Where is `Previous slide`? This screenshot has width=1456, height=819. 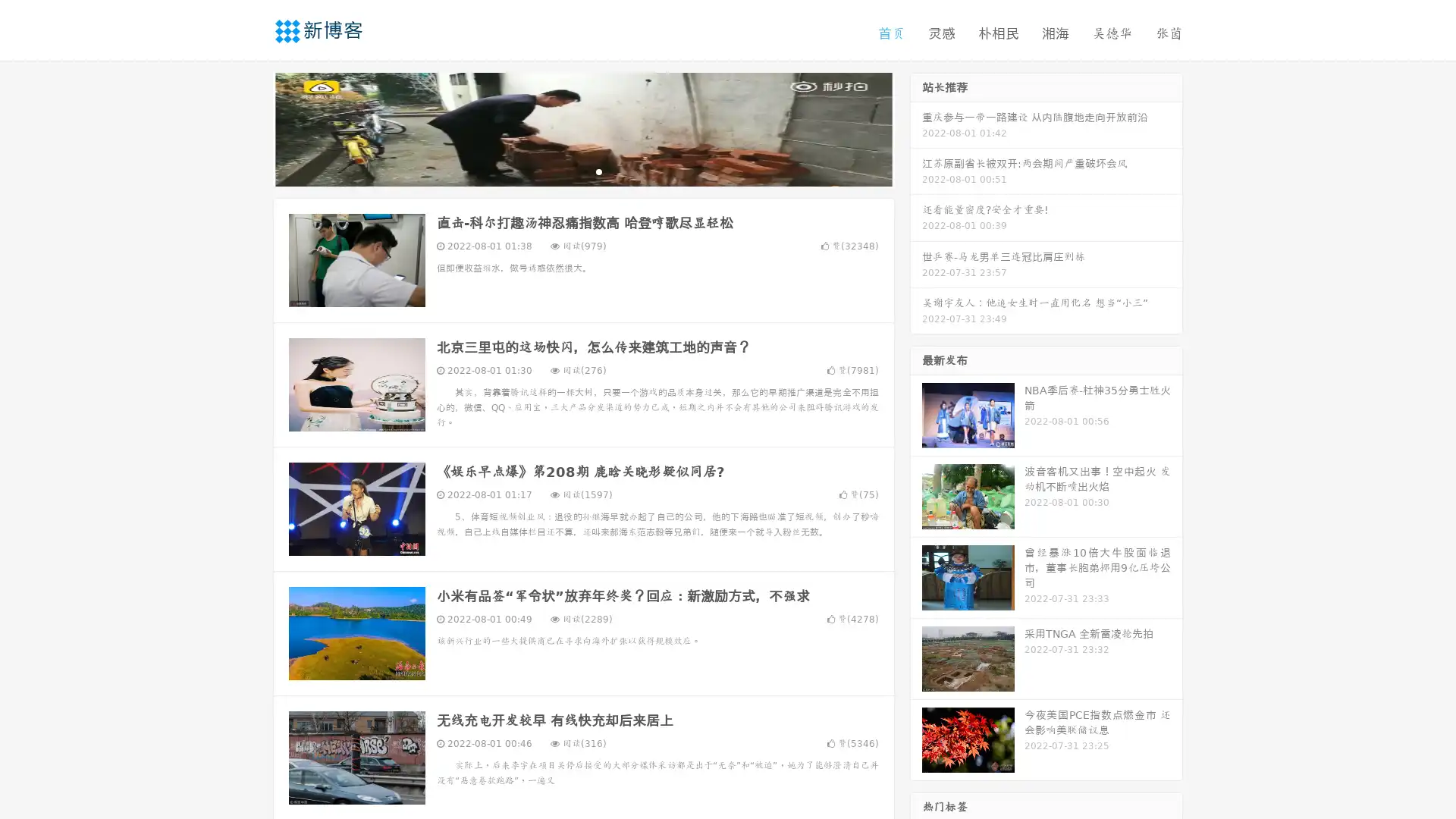 Previous slide is located at coordinates (250, 127).